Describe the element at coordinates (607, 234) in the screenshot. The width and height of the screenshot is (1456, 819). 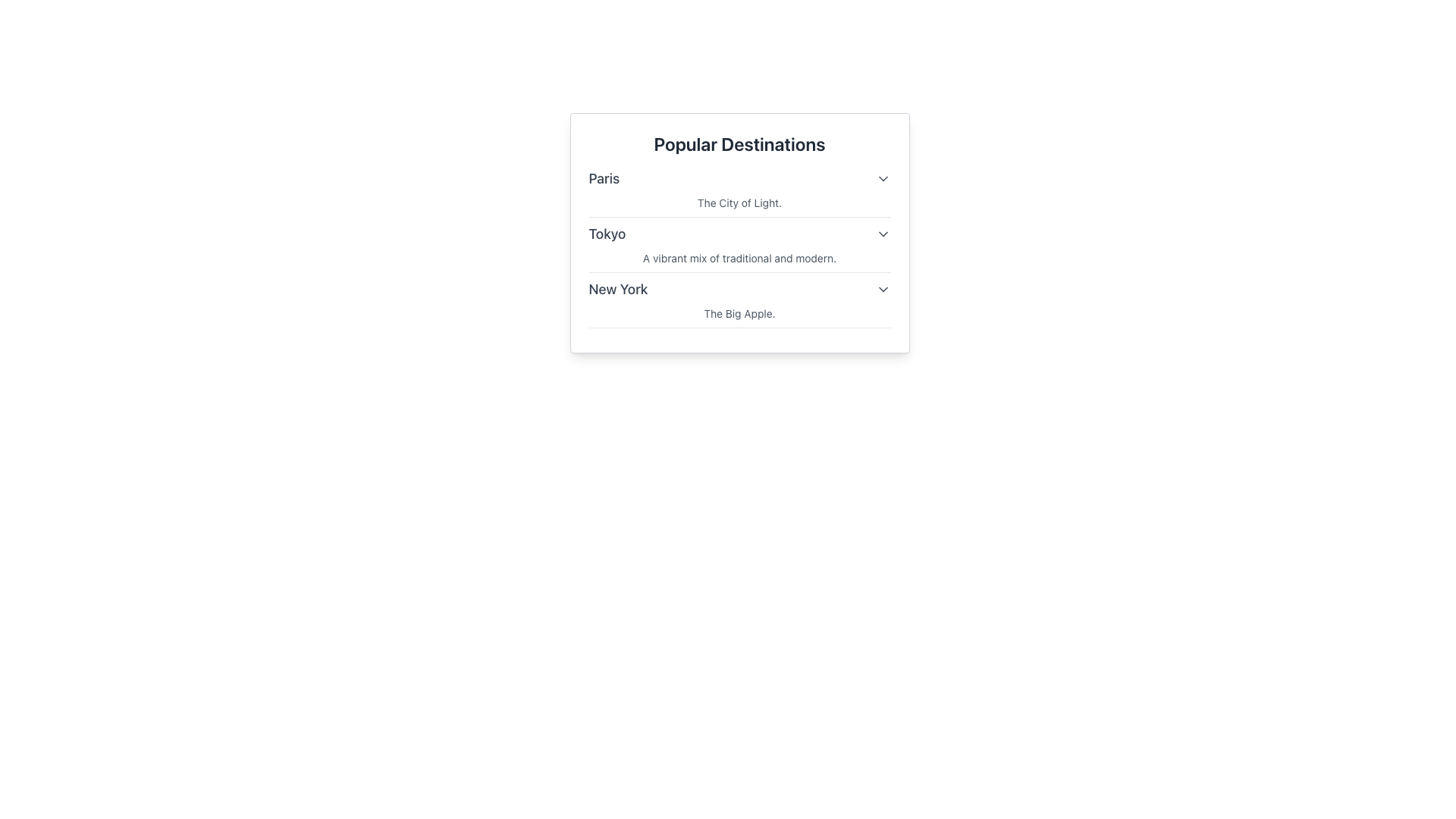
I see `text label displaying 'Tokyo' which is the header for the second destination under 'Popular Destinations'` at that location.